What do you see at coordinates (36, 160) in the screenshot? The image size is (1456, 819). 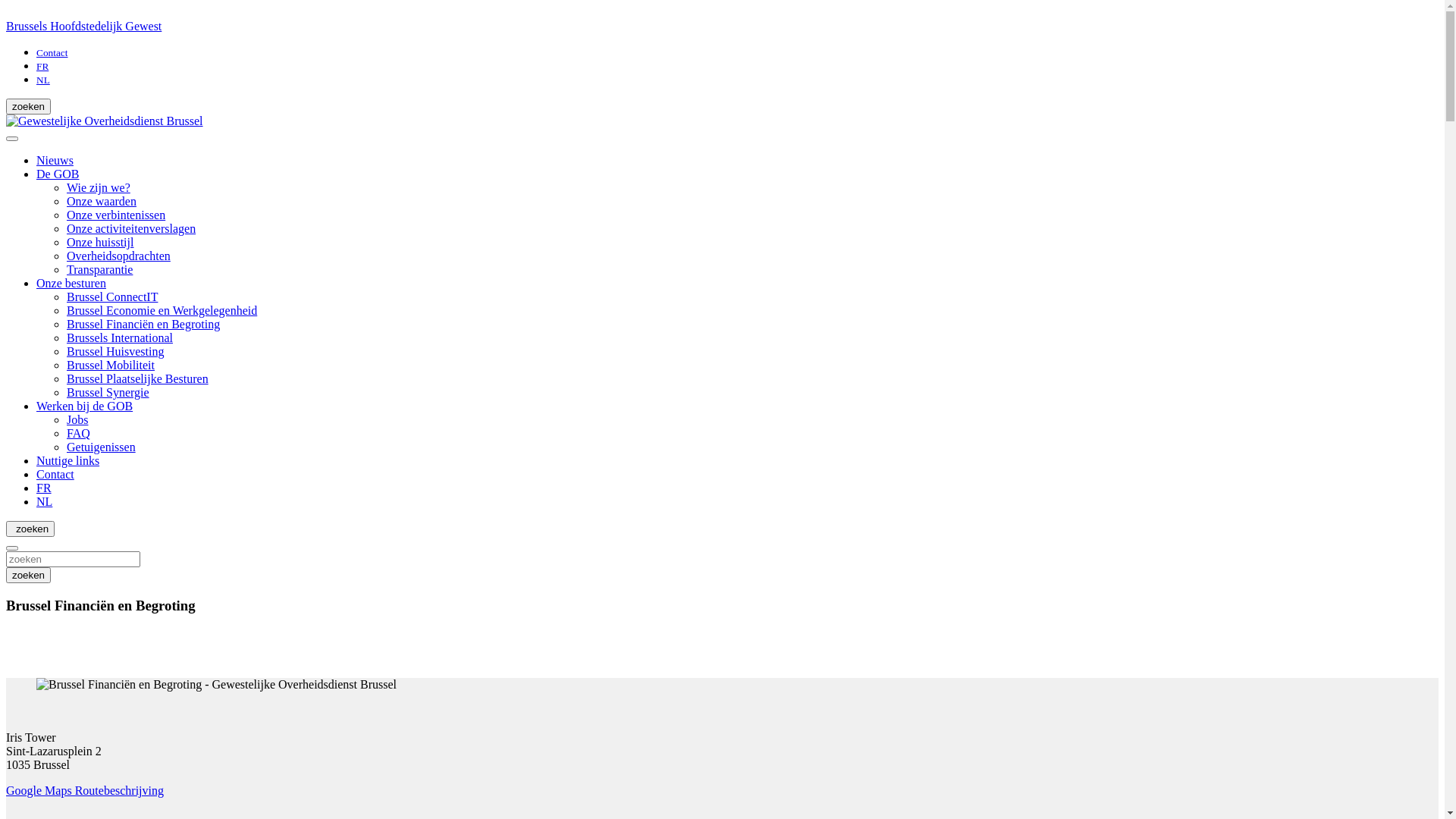 I see `'Nieuws'` at bounding box center [36, 160].